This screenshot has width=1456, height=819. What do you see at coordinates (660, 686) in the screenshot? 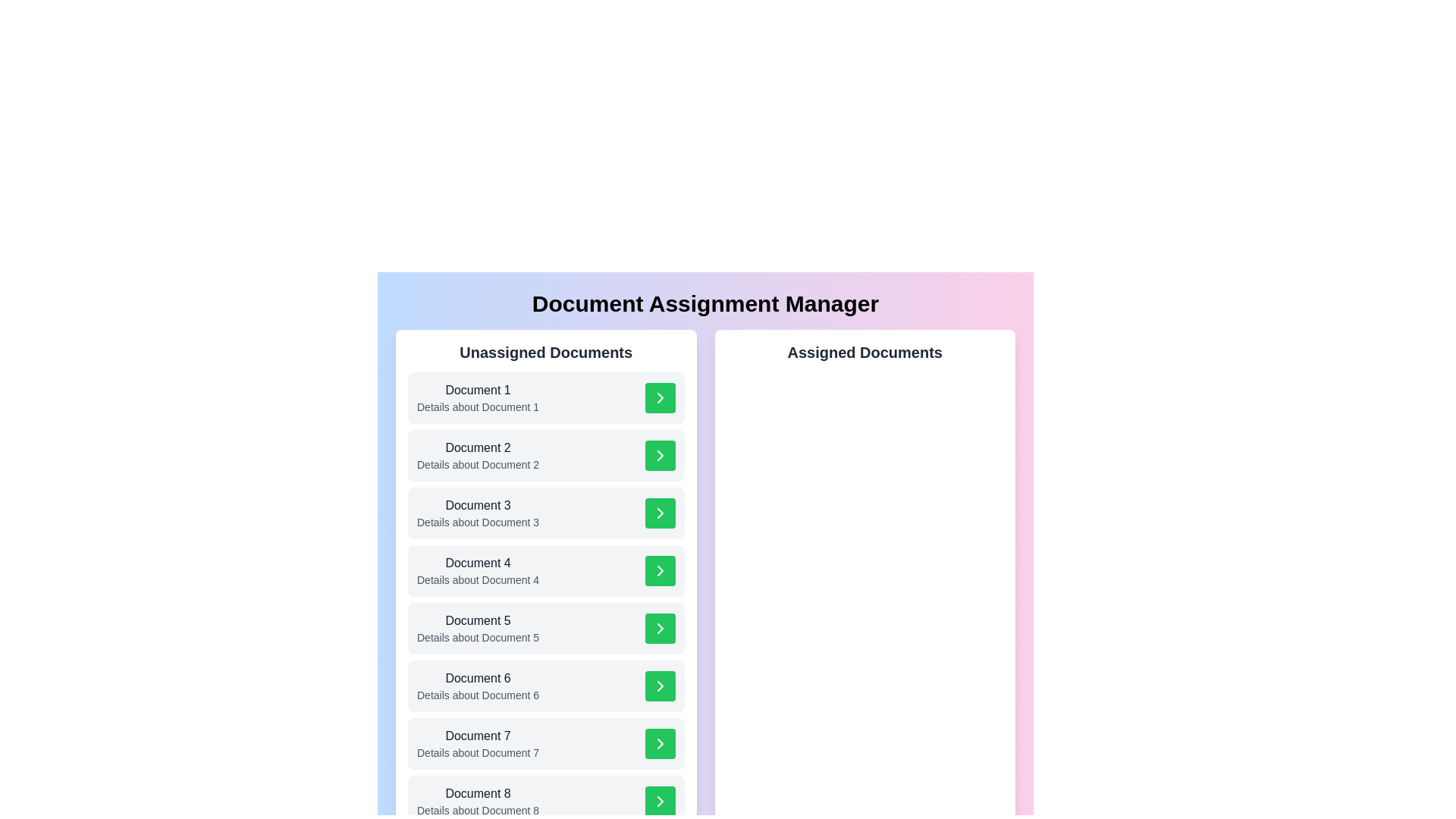
I see `the small square button with a green background and a white rightward-facing chevron icon, which is associated with 'Document 6'` at bounding box center [660, 686].